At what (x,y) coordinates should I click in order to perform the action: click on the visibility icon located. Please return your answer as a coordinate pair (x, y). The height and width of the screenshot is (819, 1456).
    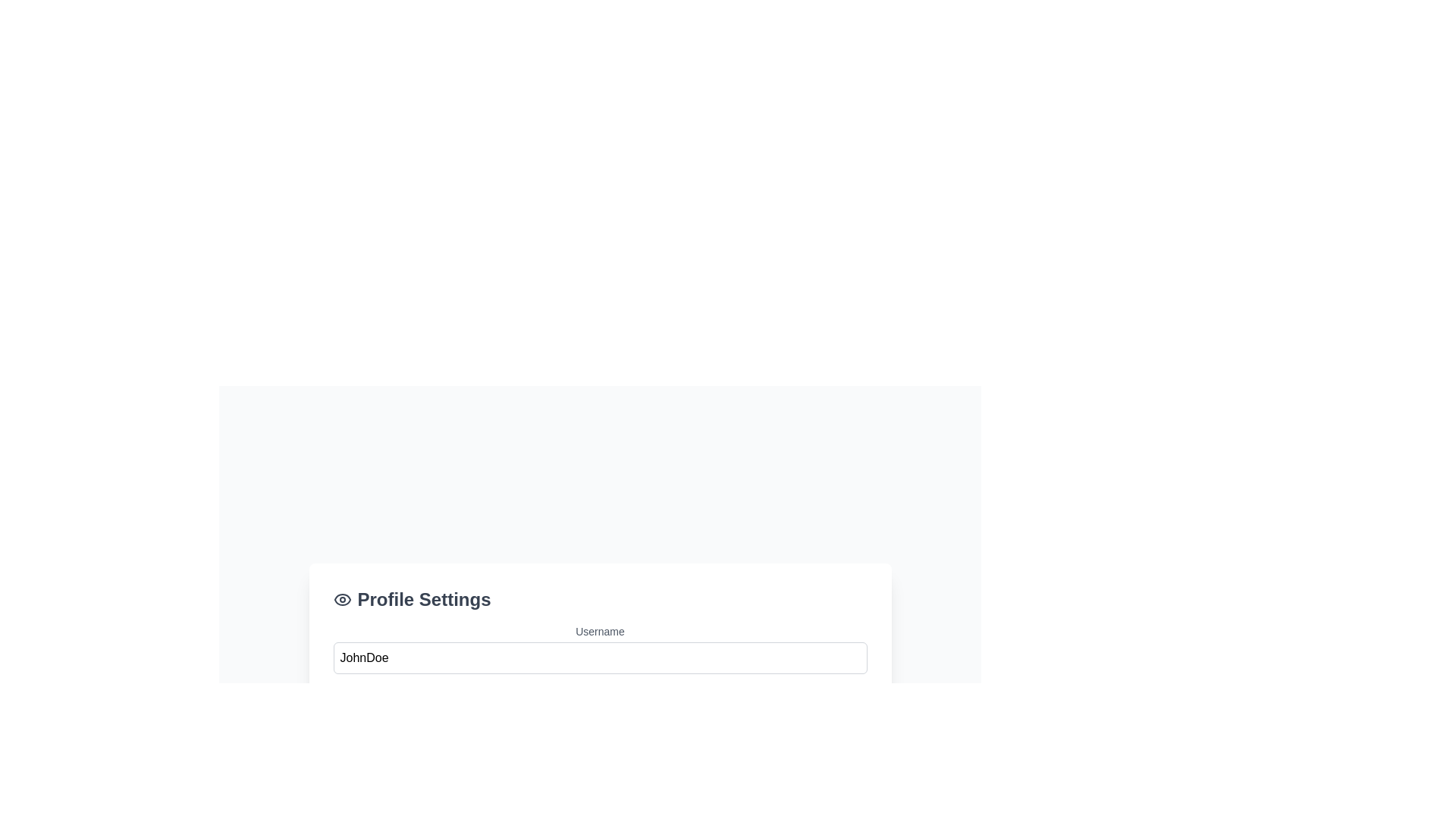
    Looking at the image, I should click on (341, 598).